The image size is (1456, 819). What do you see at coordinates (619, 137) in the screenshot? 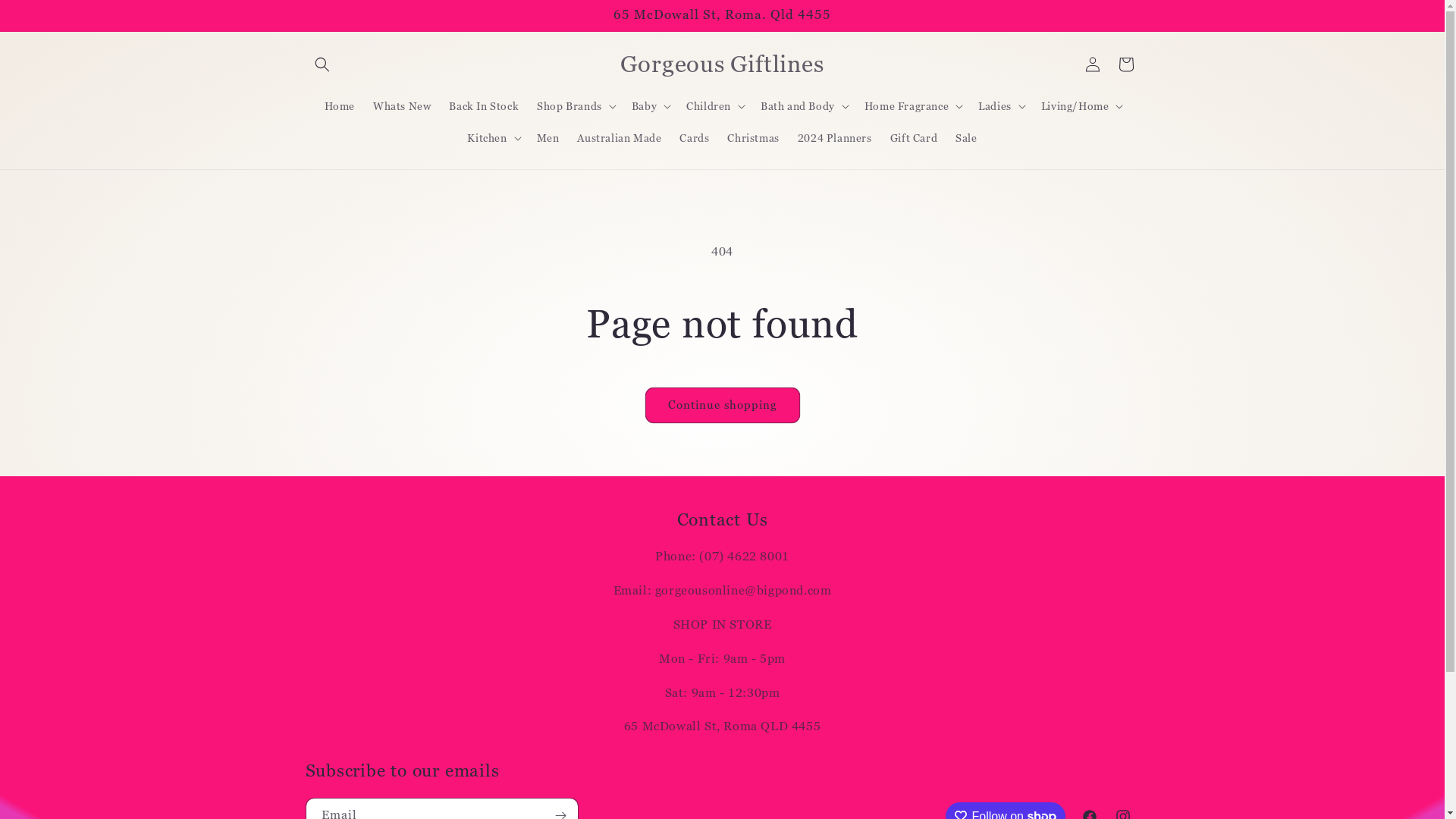
I see `'Australian Made'` at bounding box center [619, 137].